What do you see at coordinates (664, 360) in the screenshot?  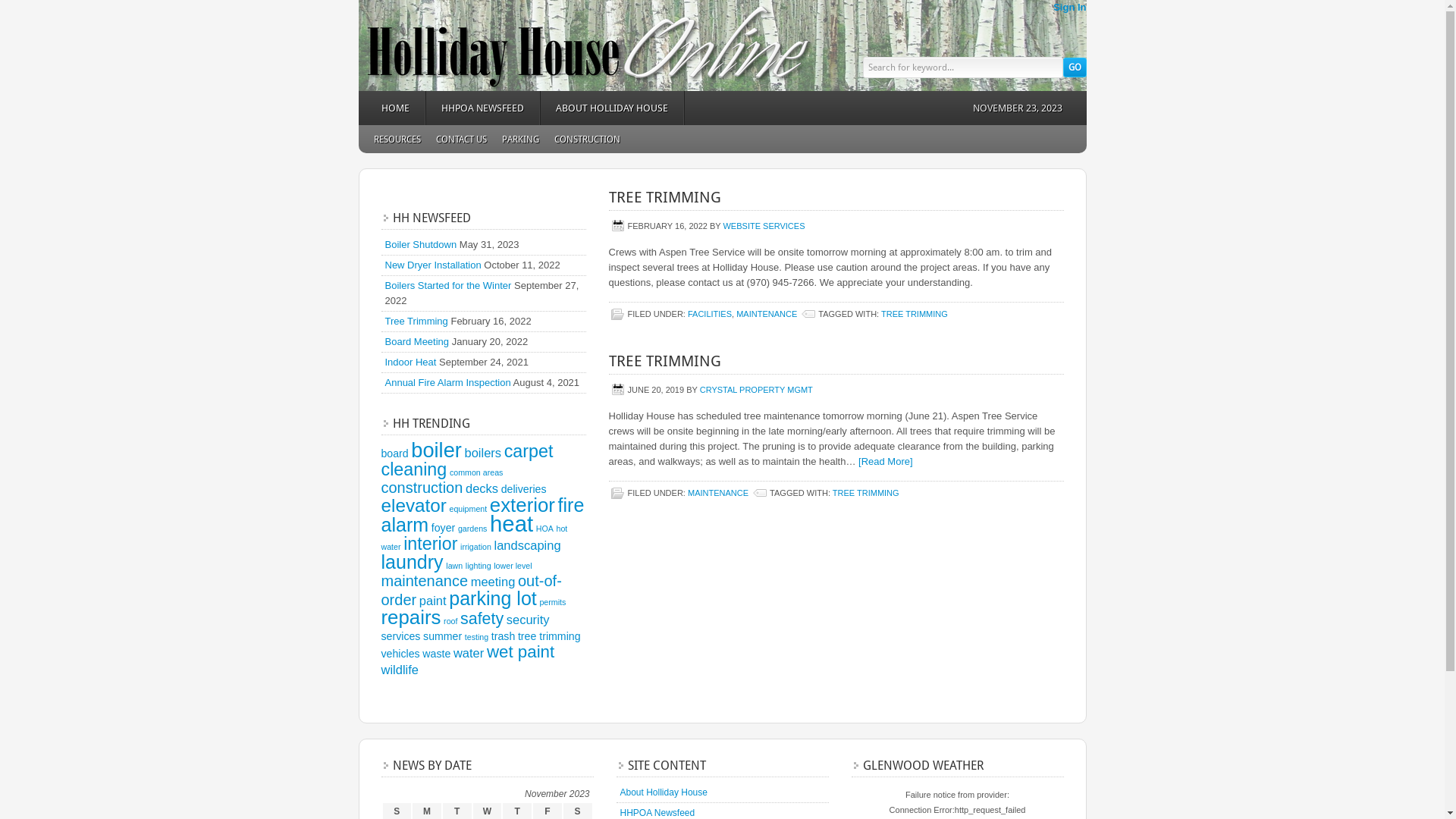 I see `'TREE TRIMMING'` at bounding box center [664, 360].